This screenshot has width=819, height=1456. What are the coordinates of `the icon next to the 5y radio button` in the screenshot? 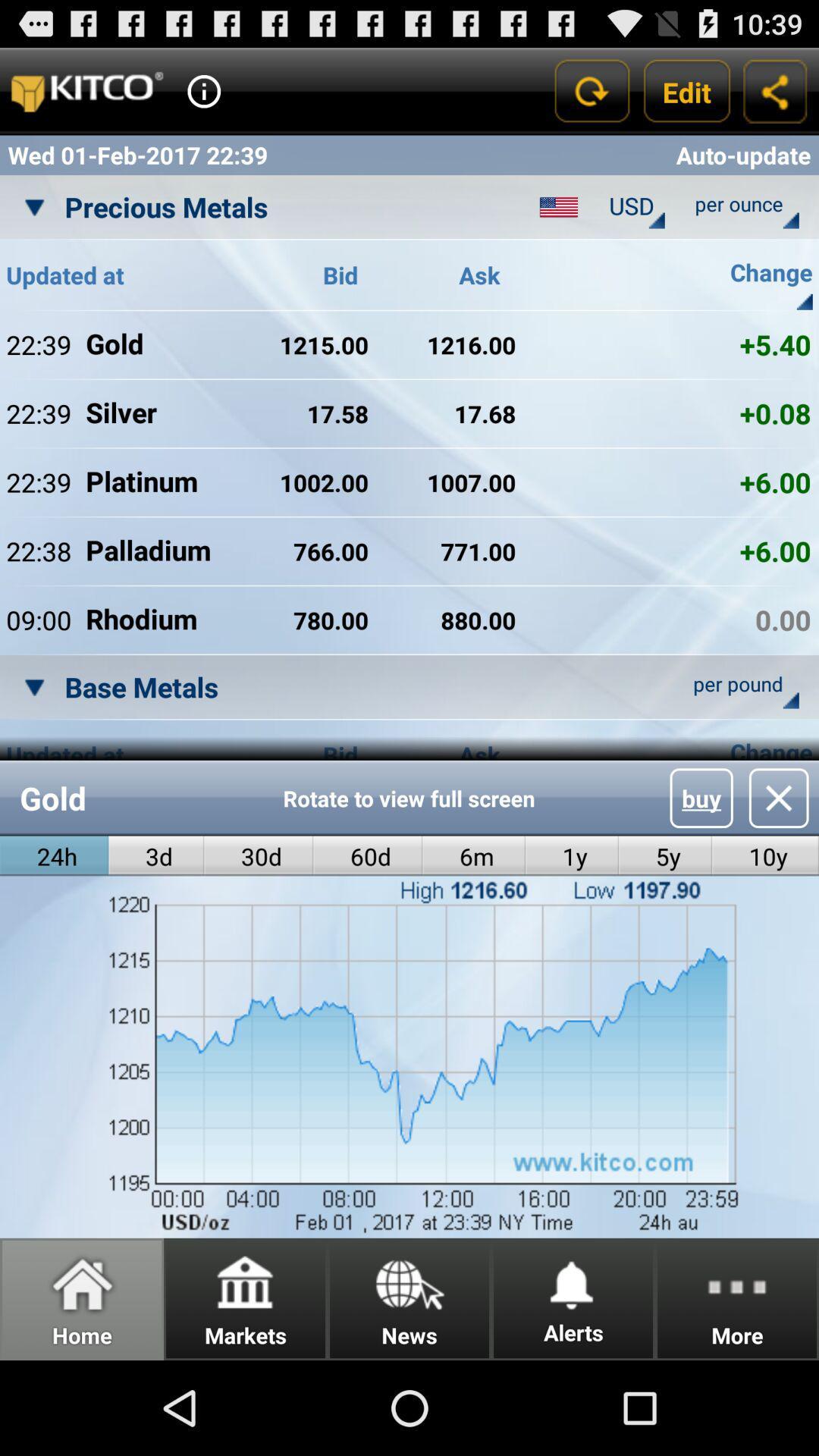 It's located at (572, 856).